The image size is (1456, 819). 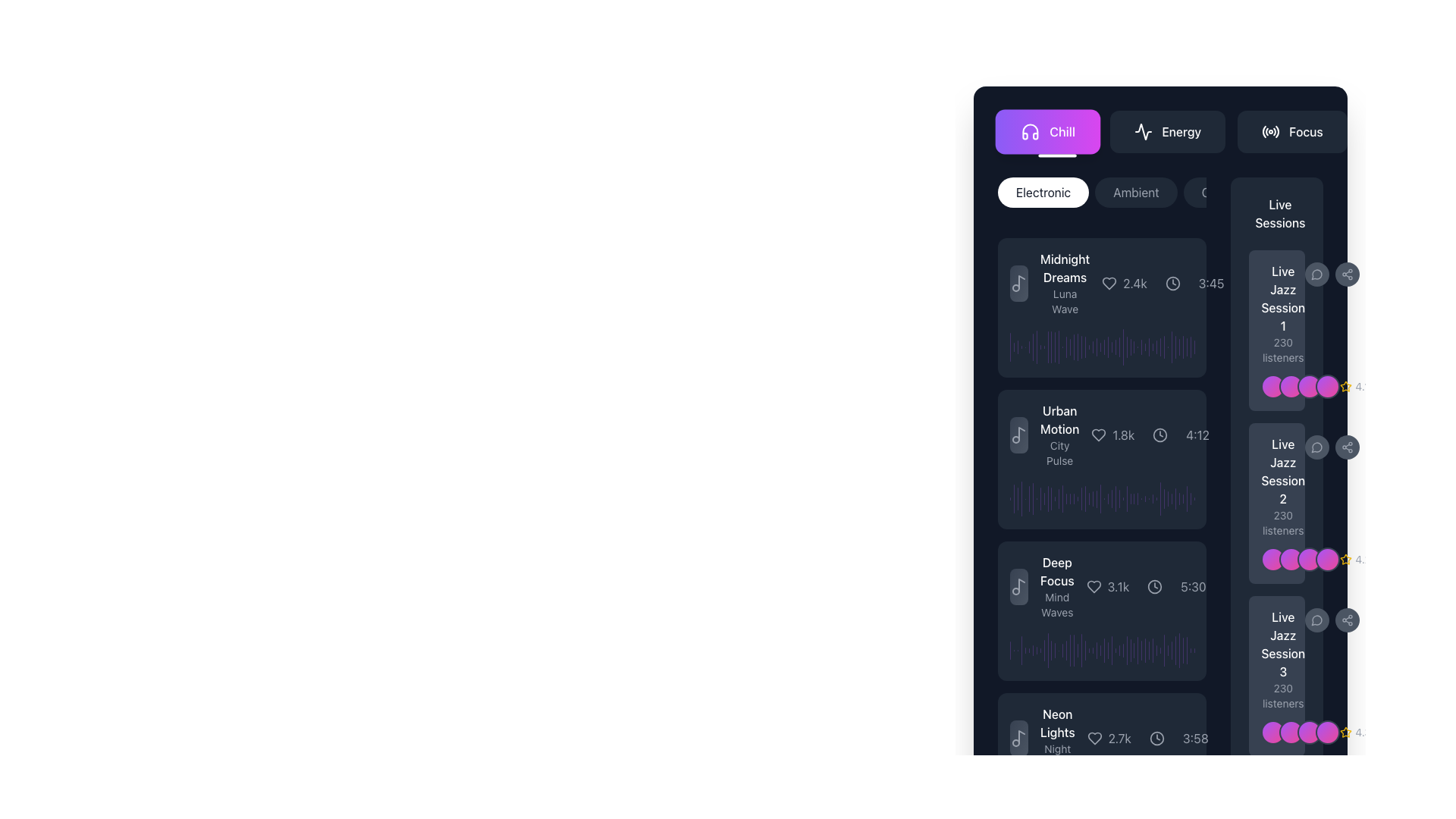 I want to click on the 30th vertical bar with rounded ends, styled in purple with 50% transparency, located in the 'Deep Focus' section of the interface, so click(x=1119, y=649).